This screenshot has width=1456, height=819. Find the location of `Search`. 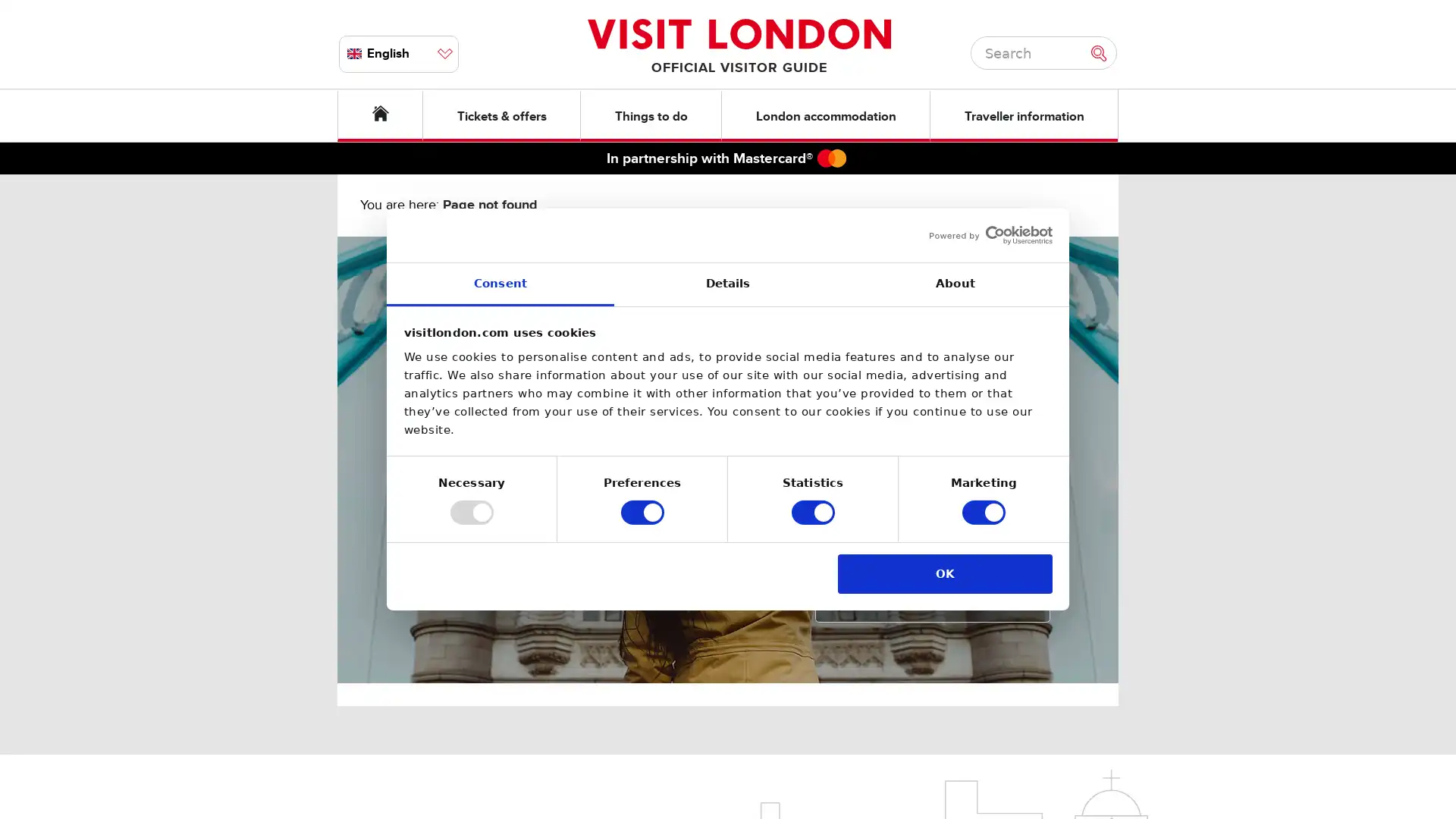

Search is located at coordinates (1103, 52).